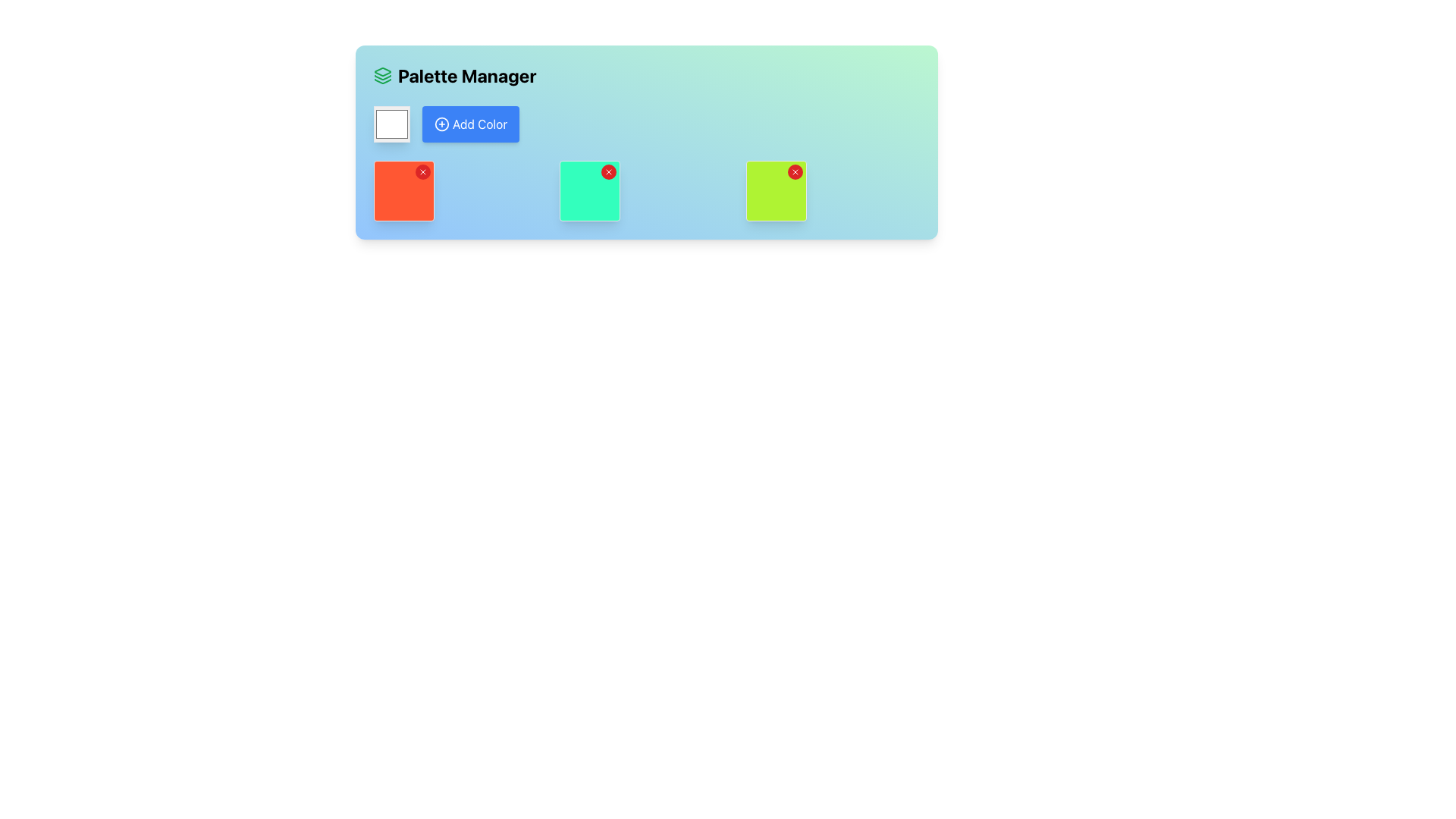  Describe the element at coordinates (470, 124) in the screenshot. I see `the button that allows users` at that location.